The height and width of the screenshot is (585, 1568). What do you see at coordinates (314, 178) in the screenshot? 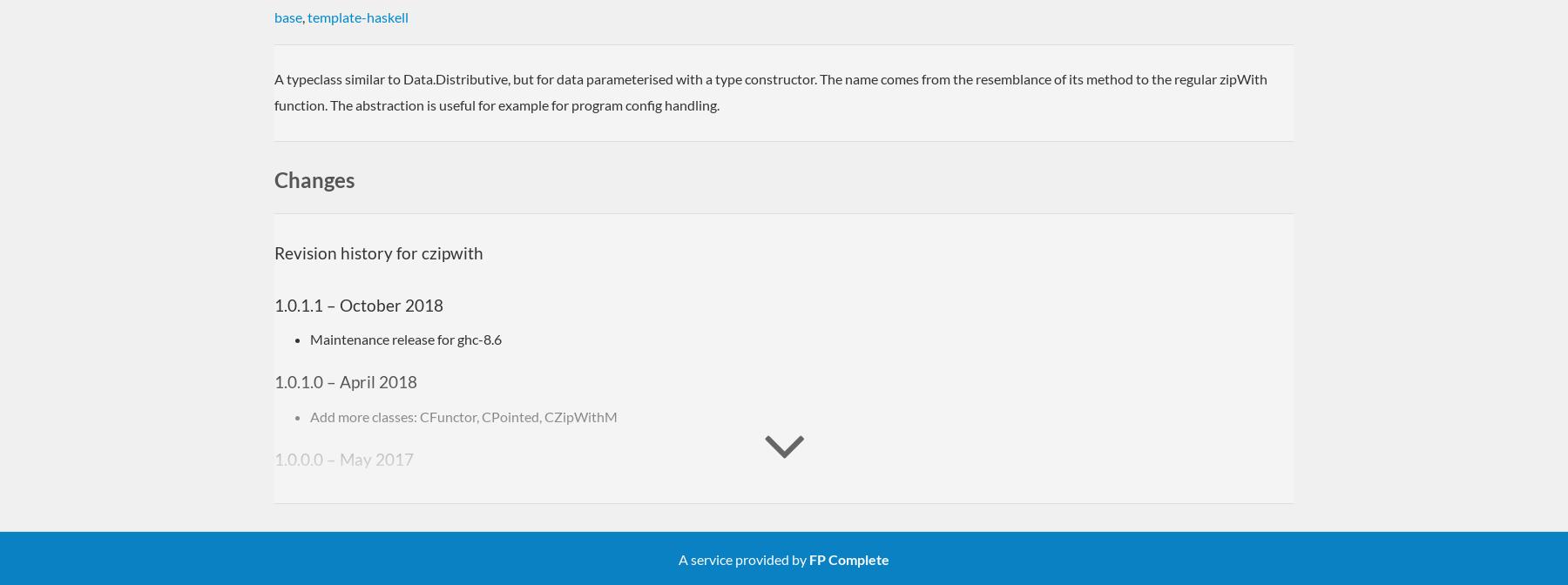
I see `'Changes'` at bounding box center [314, 178].